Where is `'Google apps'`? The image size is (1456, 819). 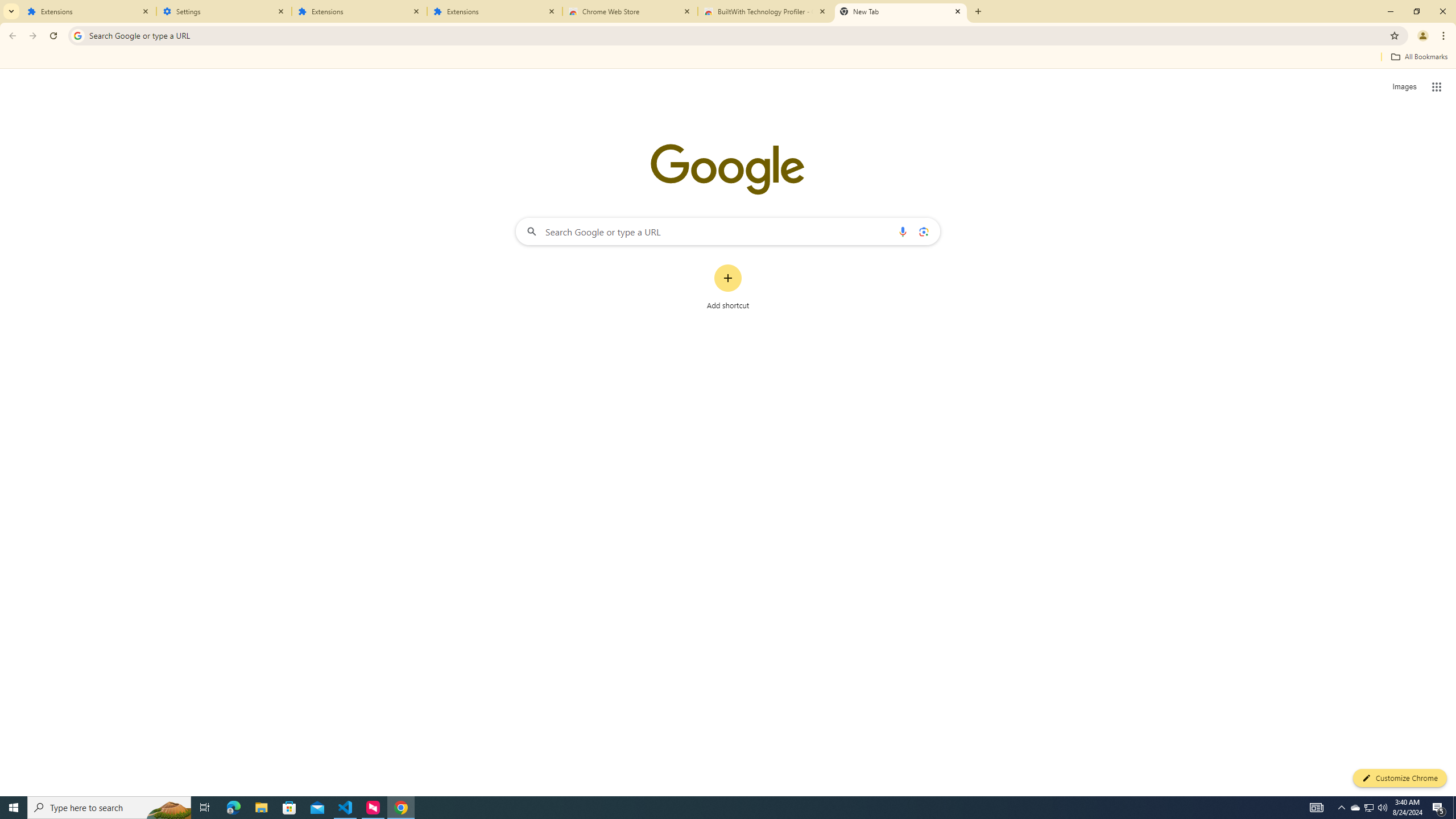 'Google apps' is located at coordinates (1437, 86).